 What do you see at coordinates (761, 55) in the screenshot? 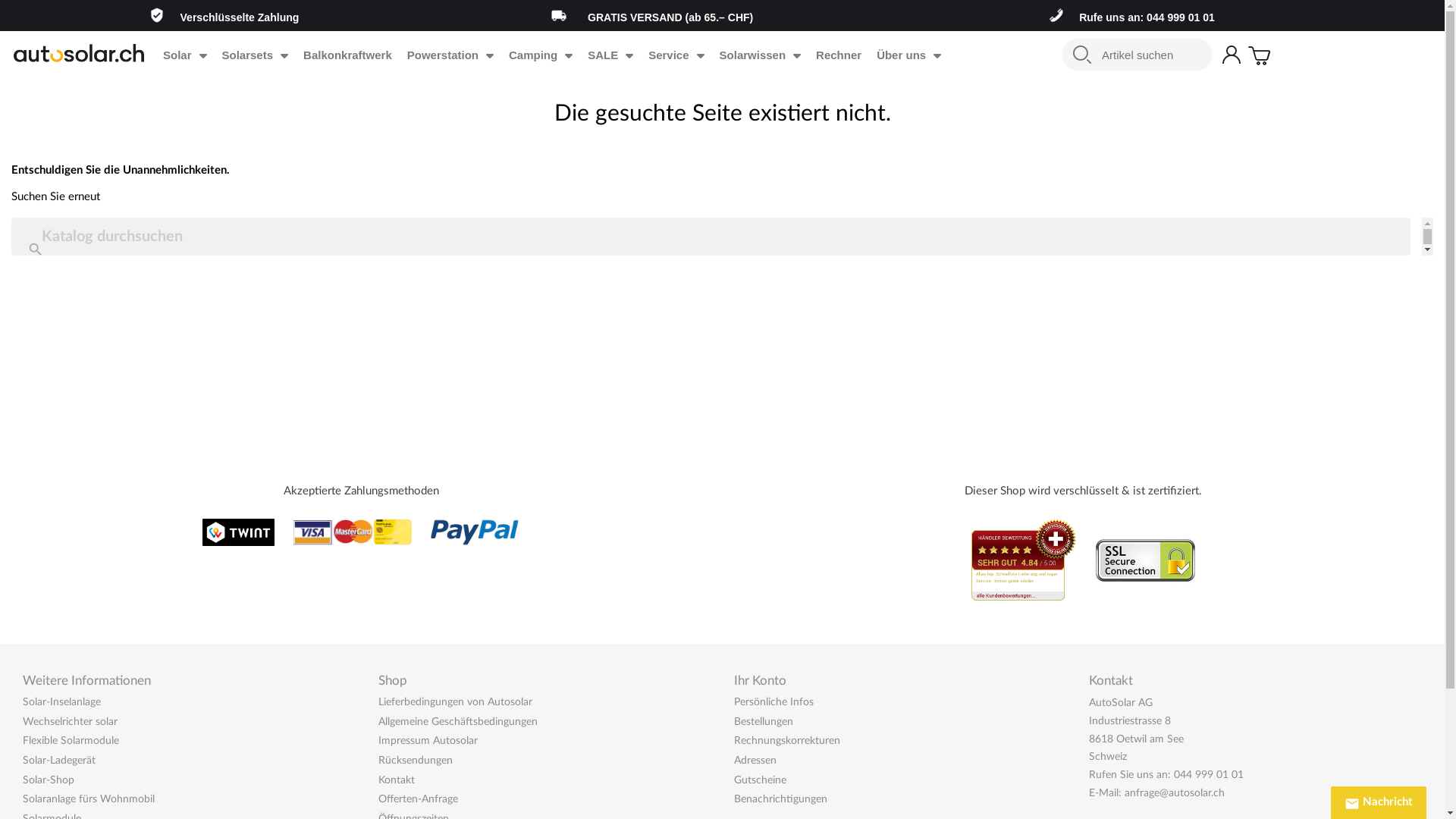
I see `'Solarwissen'` at bounding box center [761, 55].